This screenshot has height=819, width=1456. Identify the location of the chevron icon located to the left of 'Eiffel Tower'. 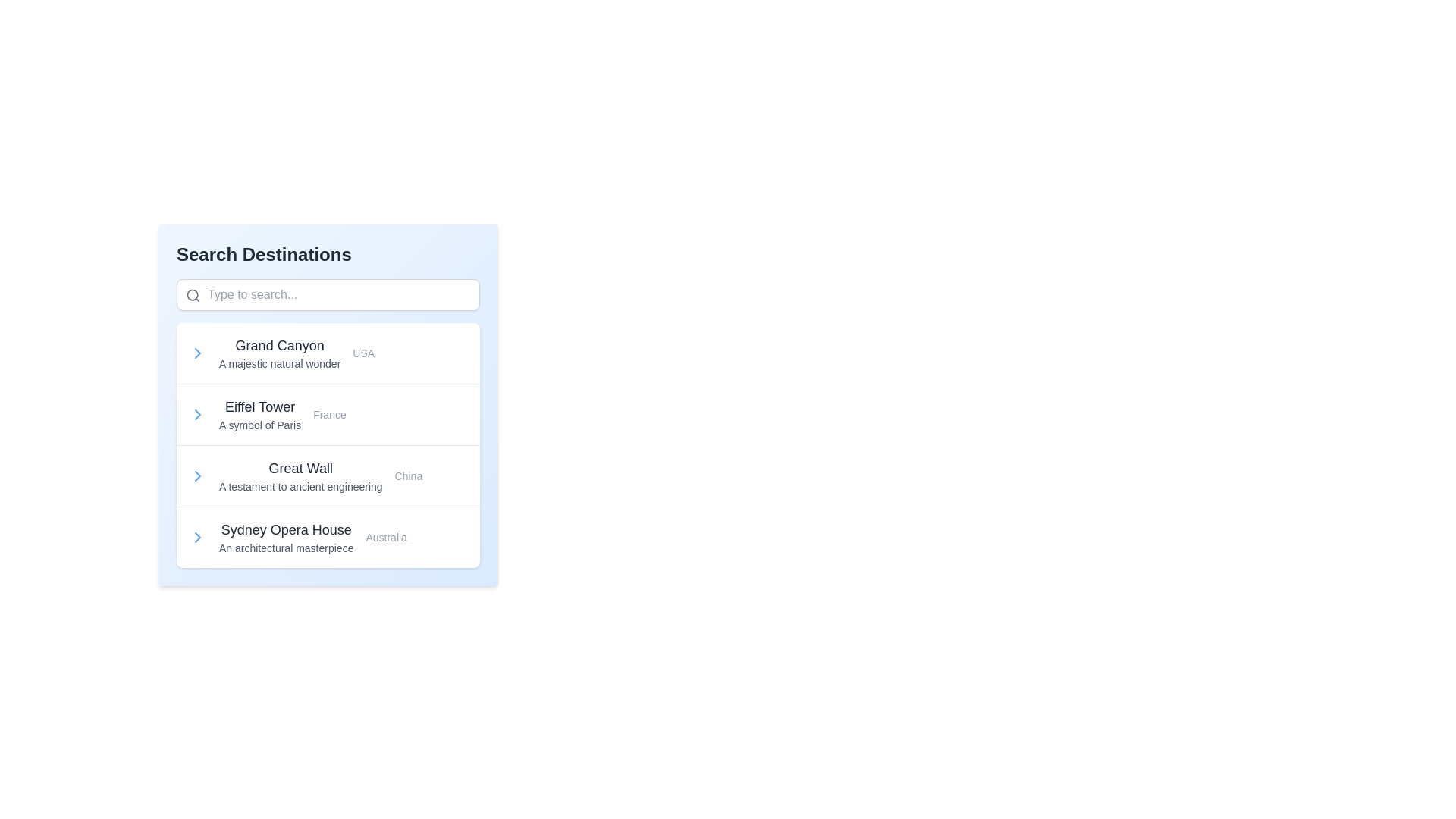
(196, 415).